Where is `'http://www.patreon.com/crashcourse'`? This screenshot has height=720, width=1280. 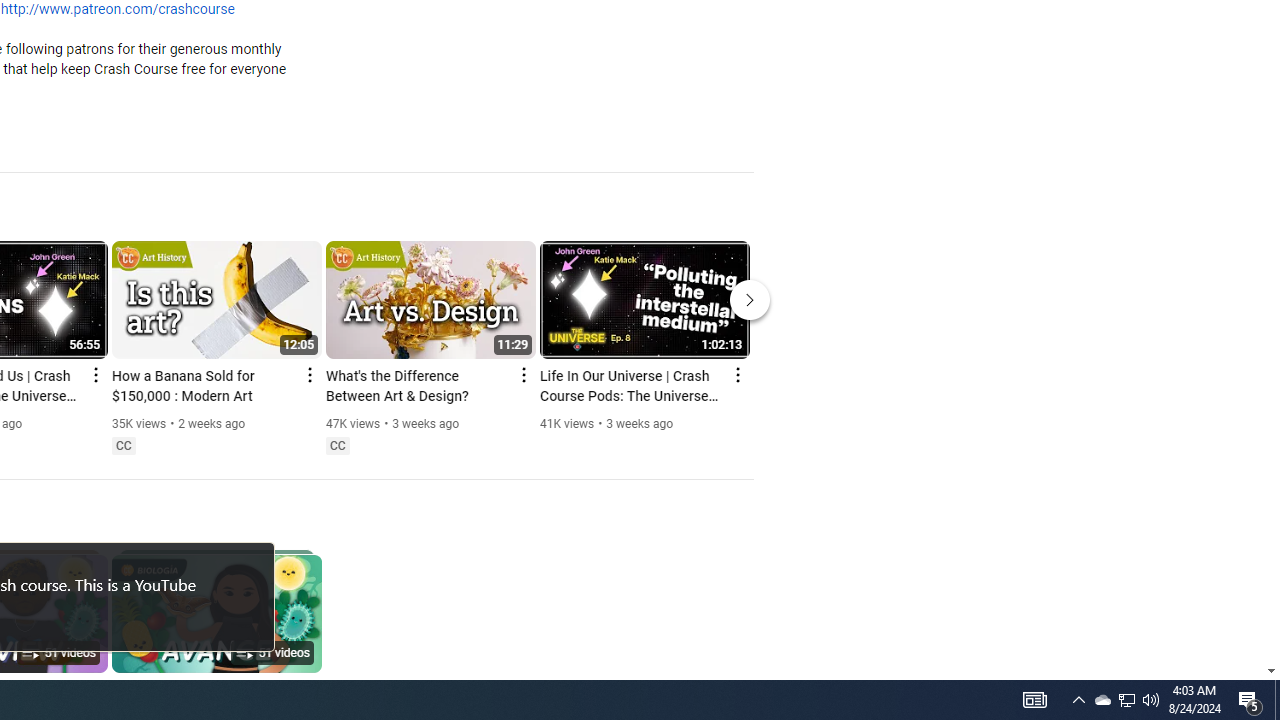 'http://www.patreon.com/crashcourse' is located at coordinates (116, 10).